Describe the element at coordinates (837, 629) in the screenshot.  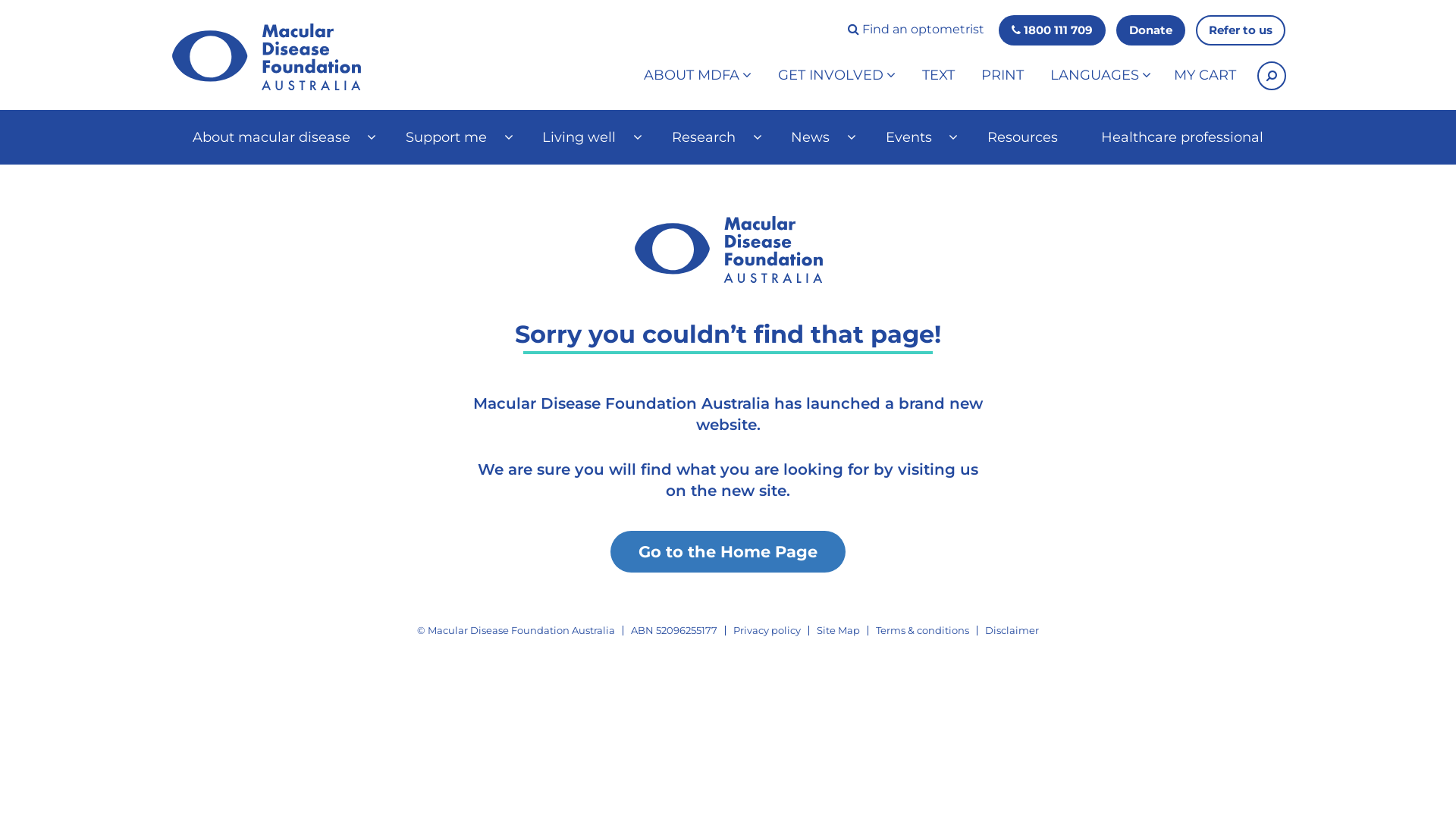
I see `'Site Map'` at that location.